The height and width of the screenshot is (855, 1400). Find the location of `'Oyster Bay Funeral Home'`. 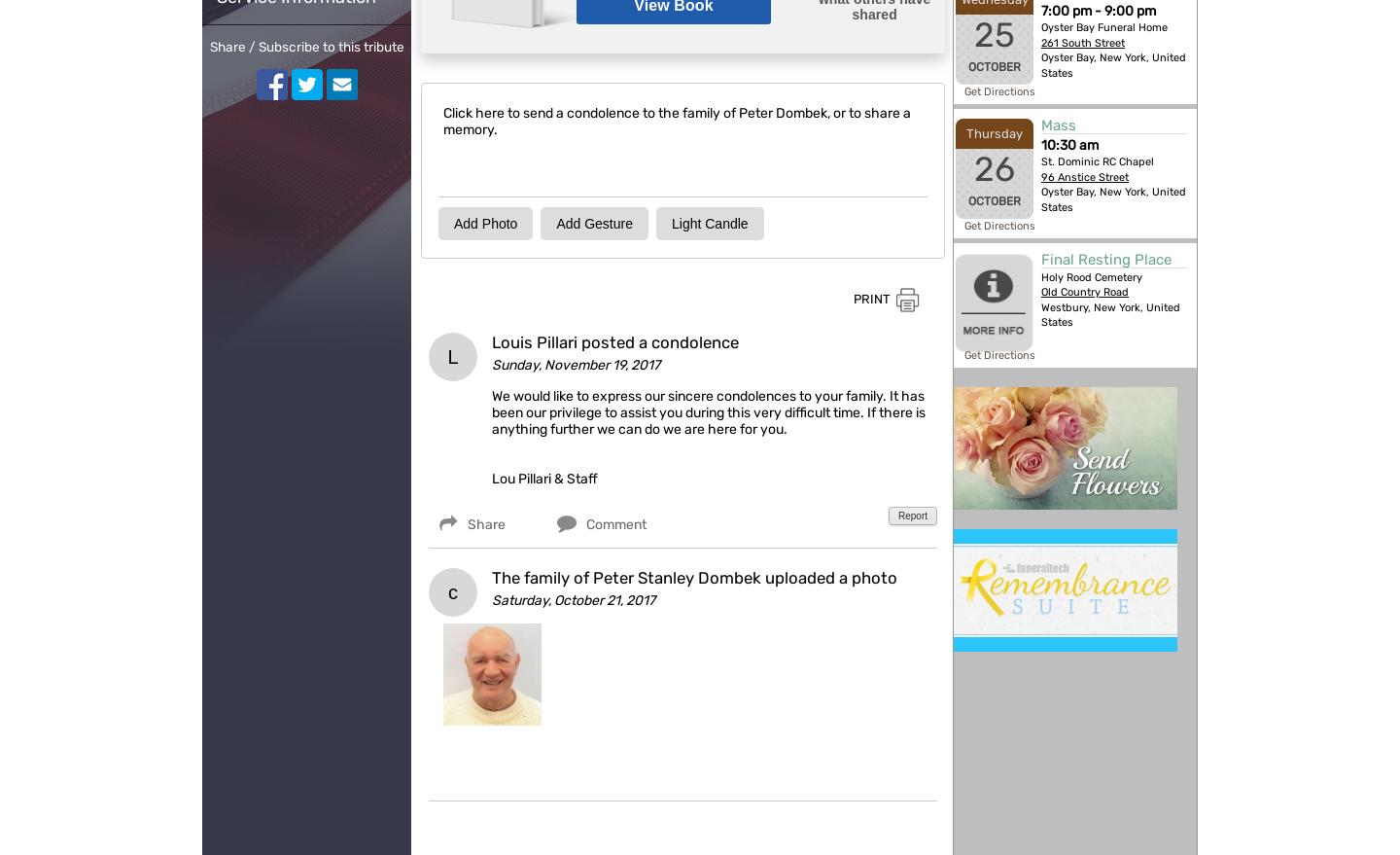

'Oyster Bay Funeral Home' is located at coordinates (1103, 26).